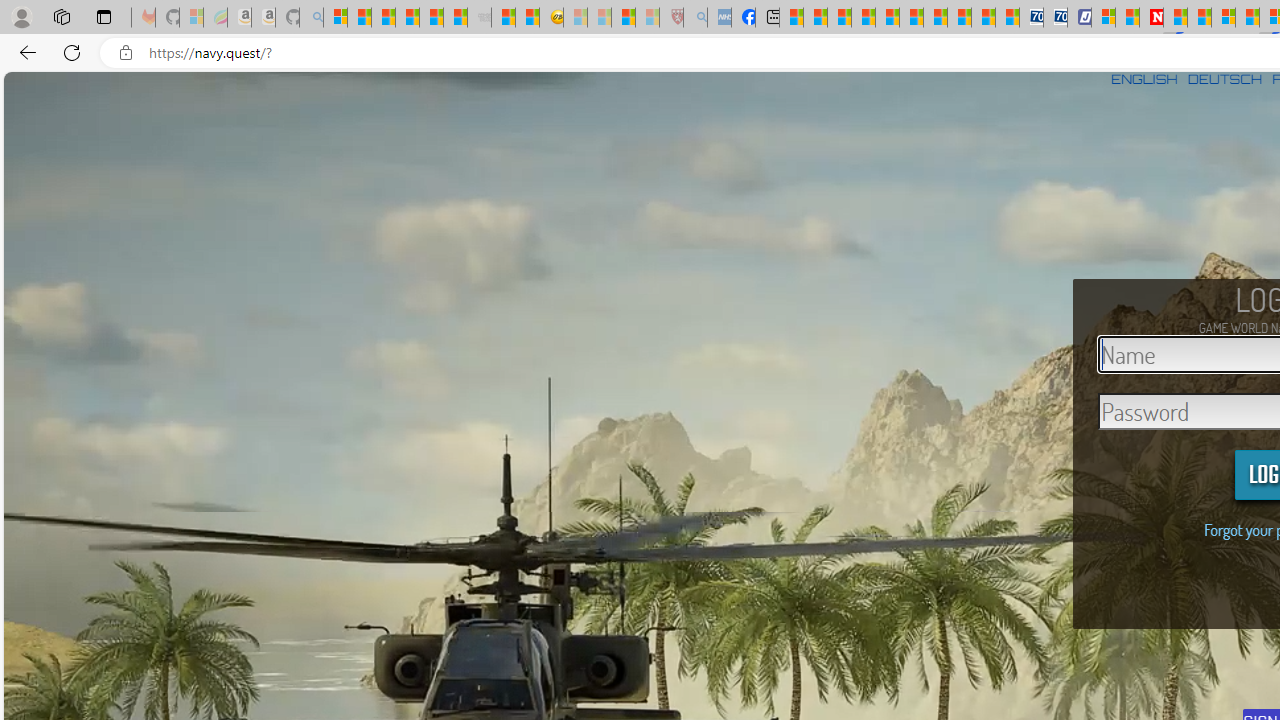 This screenshot has width=1280, height=720. Describe the element at coordinates (1144, 78) in the screenshot. I see `'ENGLISH'` at that location.